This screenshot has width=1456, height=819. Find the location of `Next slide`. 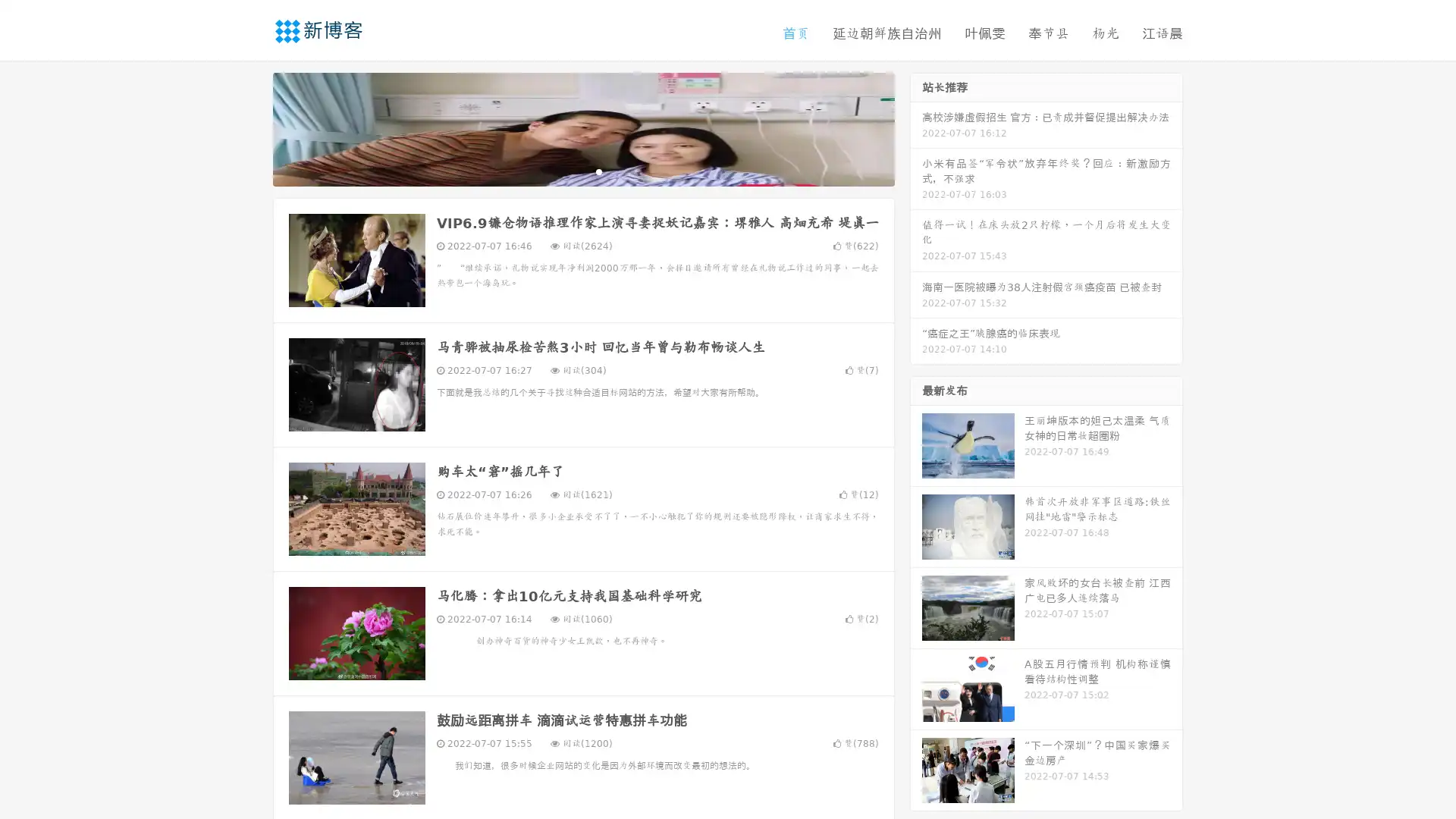

Next slide is located at coordinates (916, 127).